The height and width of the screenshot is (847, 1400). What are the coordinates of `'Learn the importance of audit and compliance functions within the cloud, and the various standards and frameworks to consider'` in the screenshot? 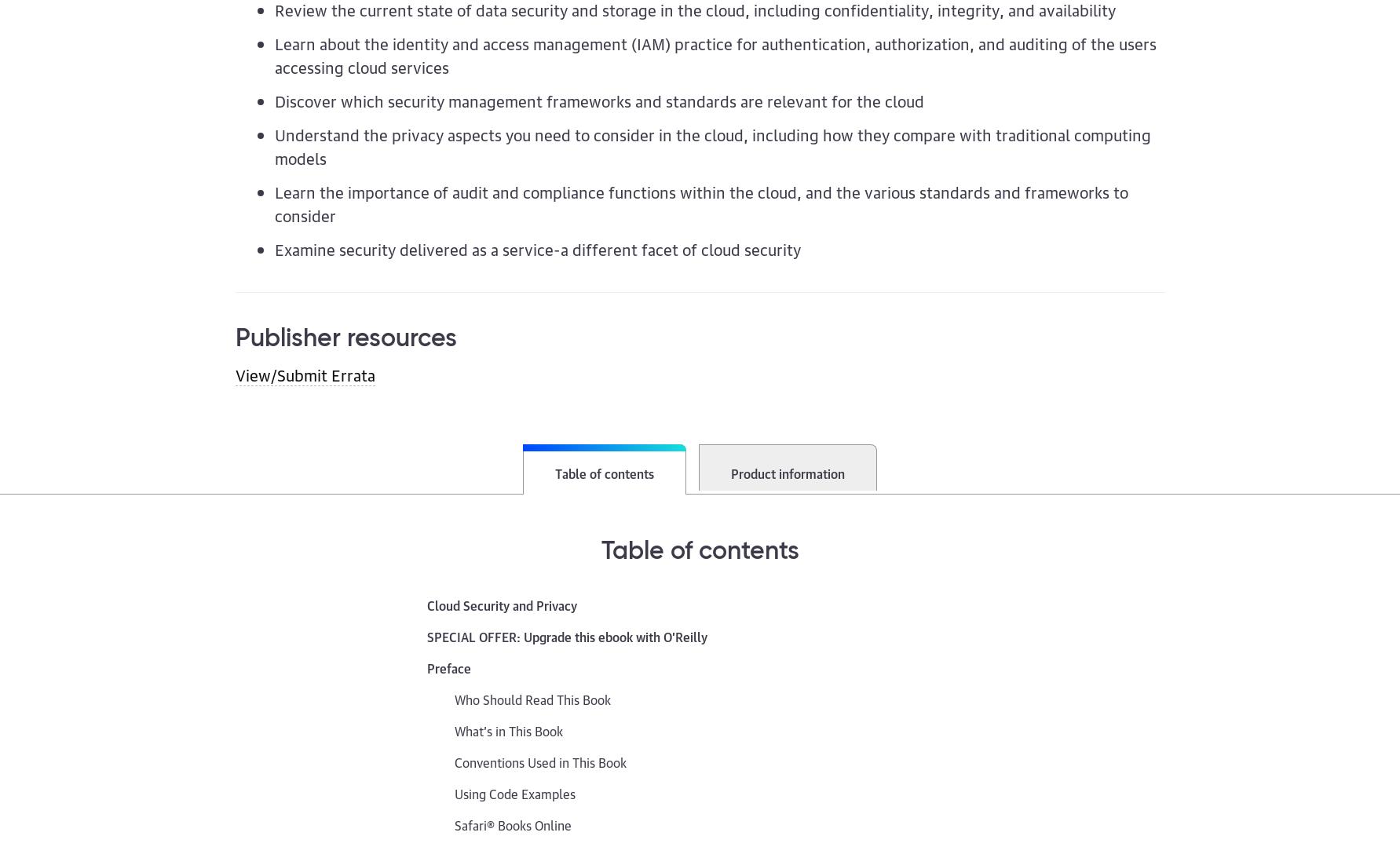 It's located at (700, 202).